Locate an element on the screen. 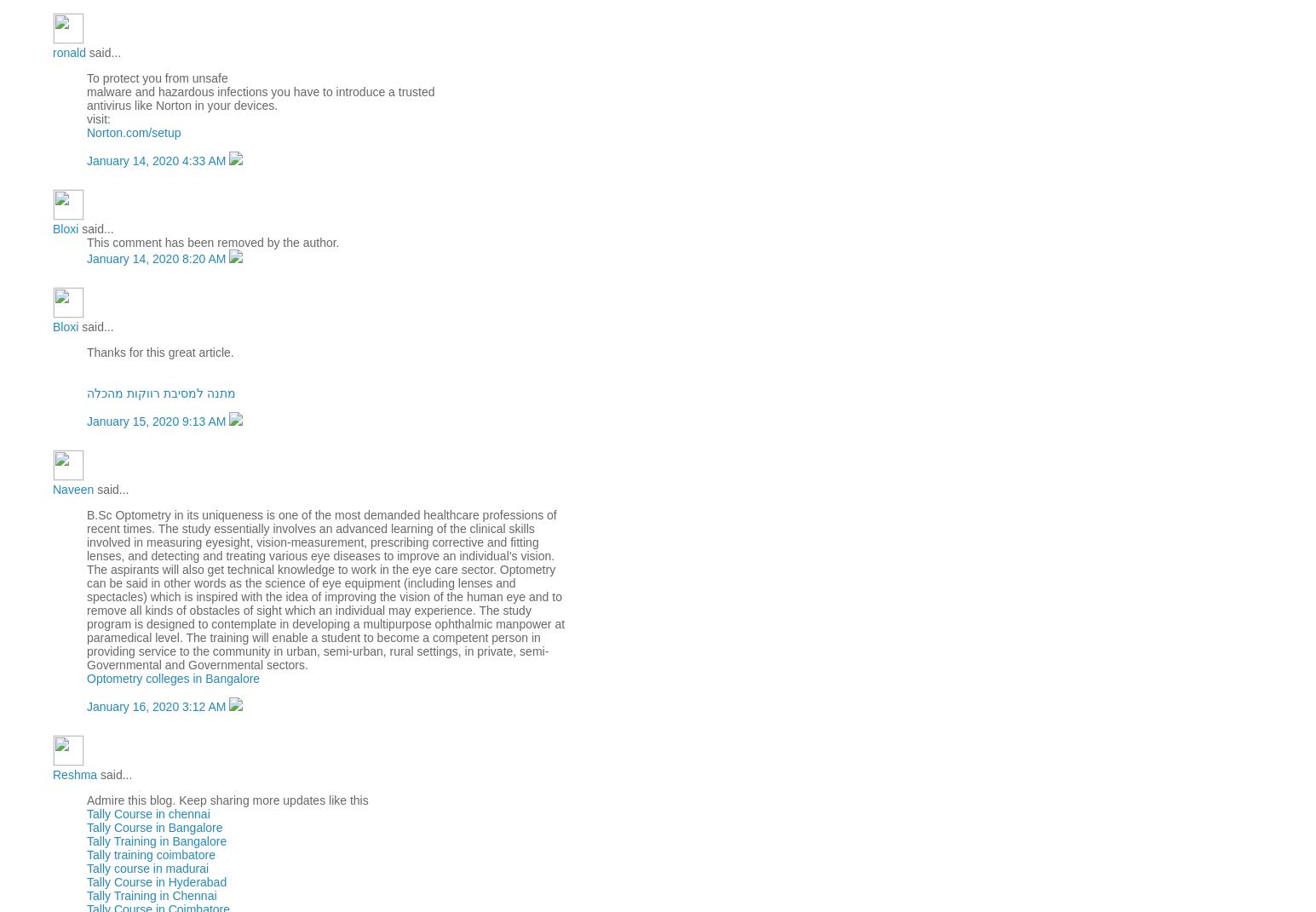  'Tally Training in Bangalore' is located at coordinates (157, 840).